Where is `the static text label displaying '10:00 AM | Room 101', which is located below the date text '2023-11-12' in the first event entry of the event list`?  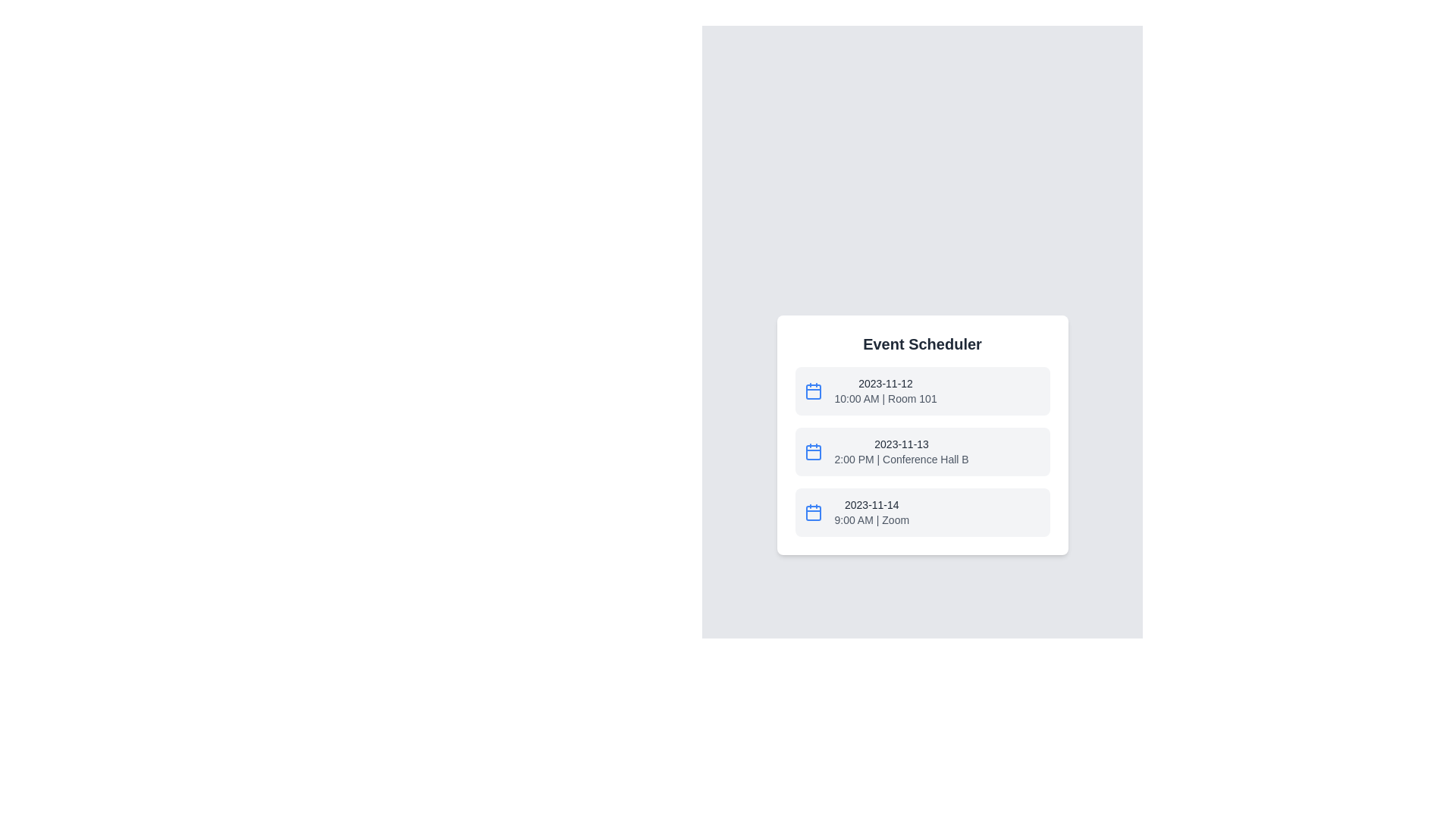
the static text label displaying '10:00 AM | Room 101', which is located below the date text '2023-11-12' in the first event entry of the event list is located at coordinates (886, 397).